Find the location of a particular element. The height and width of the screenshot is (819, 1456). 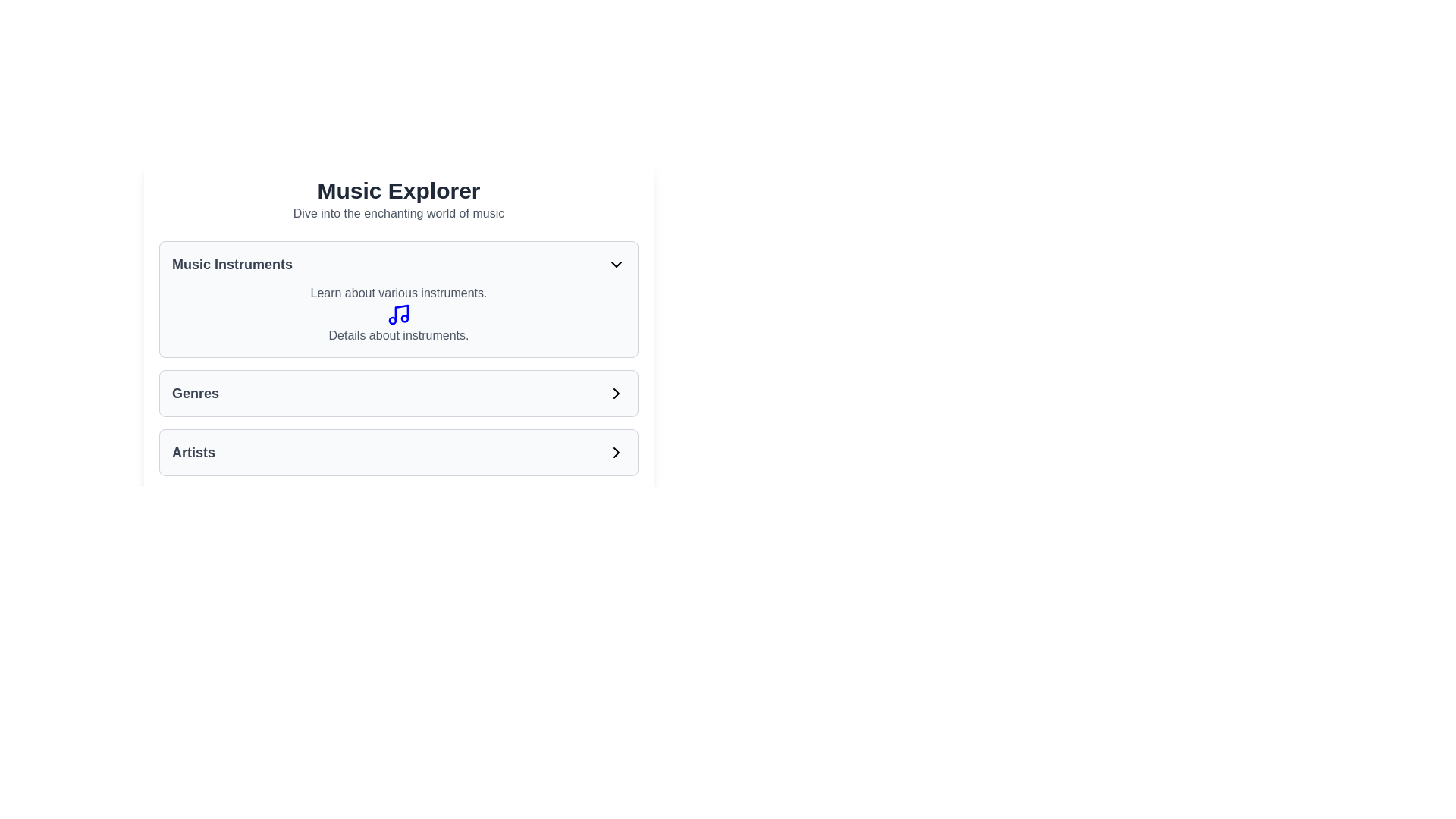

text content 'Artists' from the Text Label positioned at the bottom of the overview section under the 'Genres' category is located at coordinates (193, 452).